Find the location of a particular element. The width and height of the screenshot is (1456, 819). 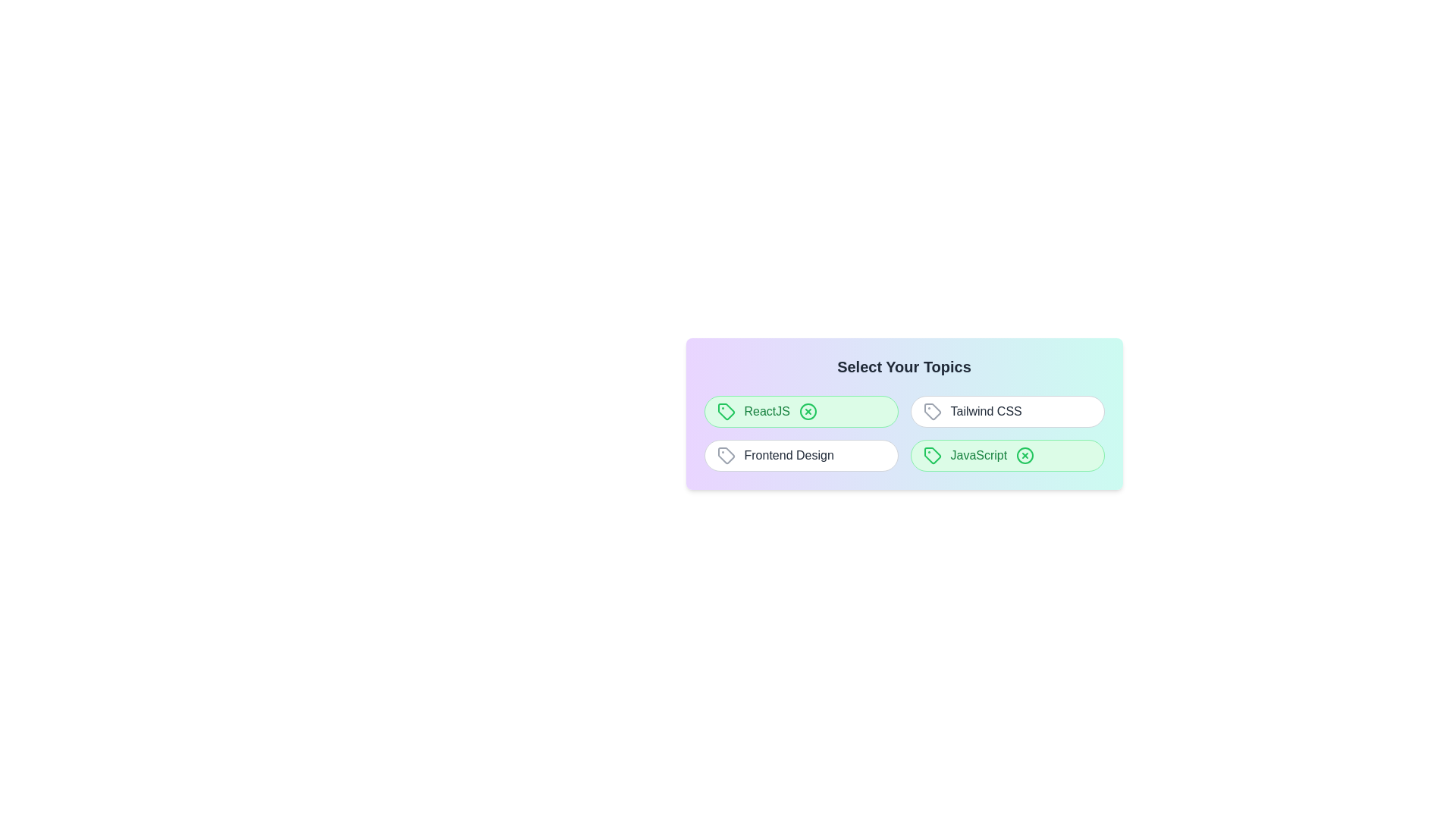

the topic JavaScript is located at coordinates (1007, 455).